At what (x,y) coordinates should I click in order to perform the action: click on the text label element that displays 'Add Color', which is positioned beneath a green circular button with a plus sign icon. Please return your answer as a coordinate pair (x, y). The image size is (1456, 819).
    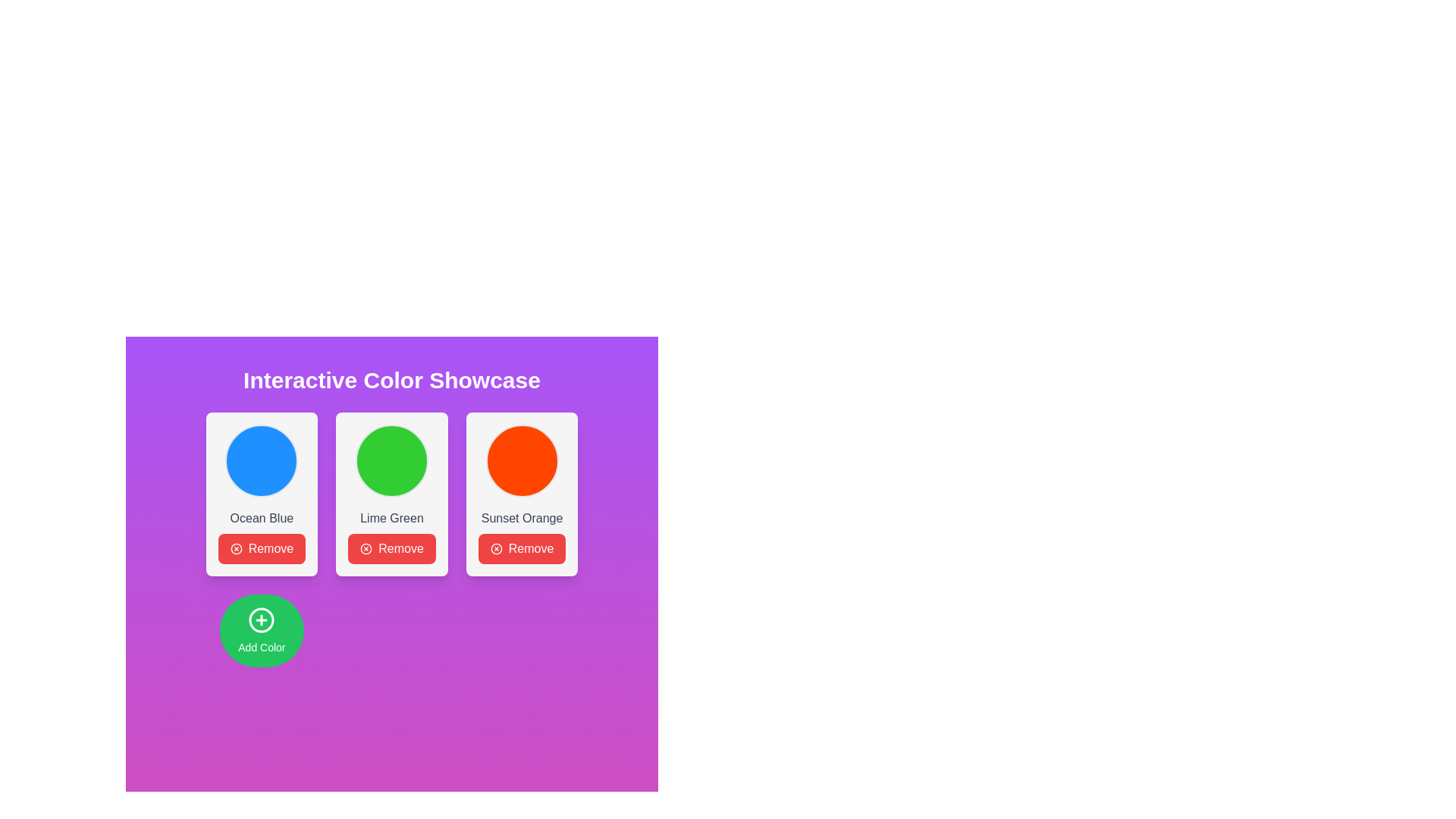
    Looking at the image, I should click on (262, 647).